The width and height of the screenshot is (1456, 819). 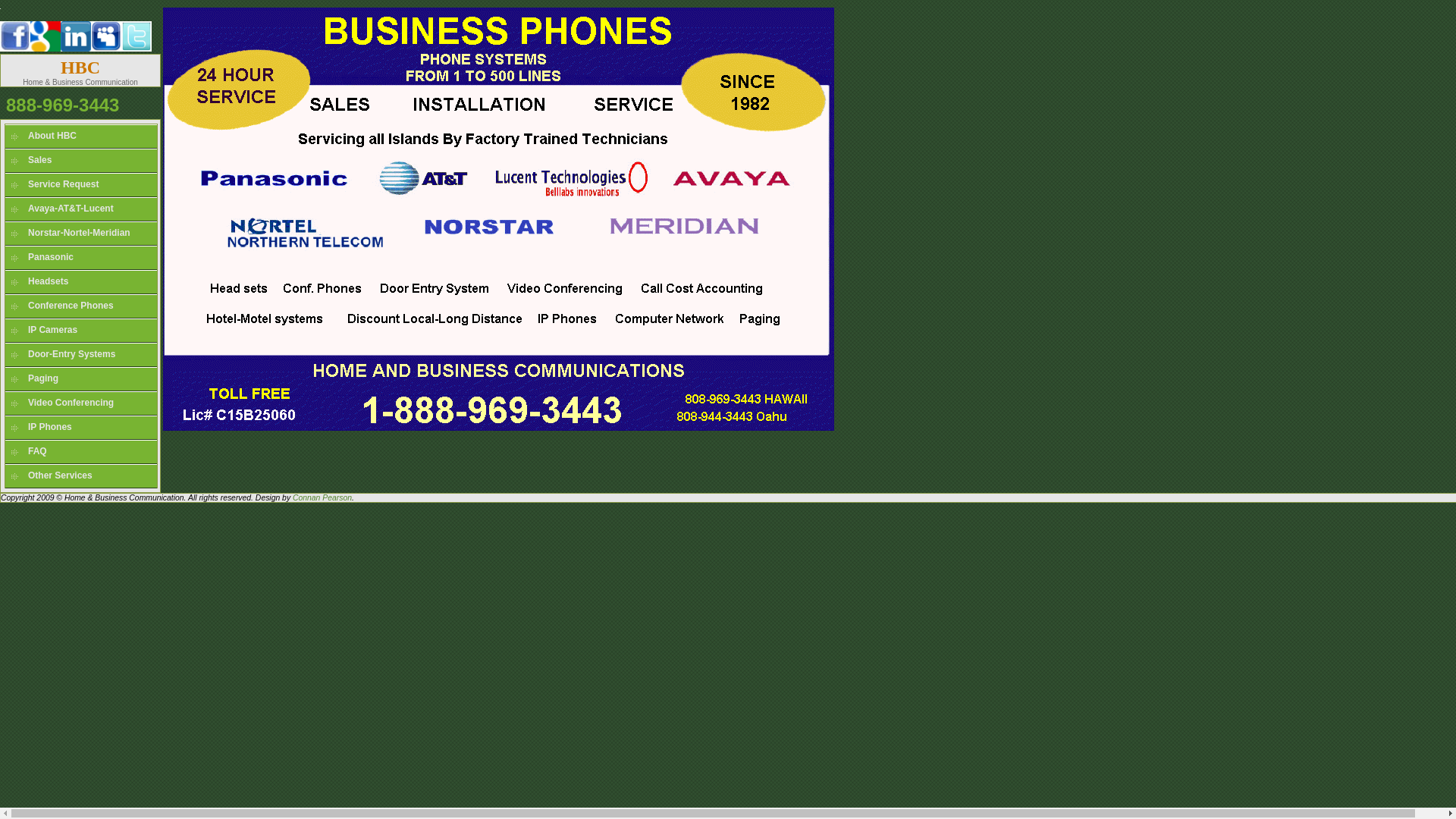 What do you see at coordinates (80, 256) in the screenshot?
I see `'Panasonic'` at bounding box center [80, 256].